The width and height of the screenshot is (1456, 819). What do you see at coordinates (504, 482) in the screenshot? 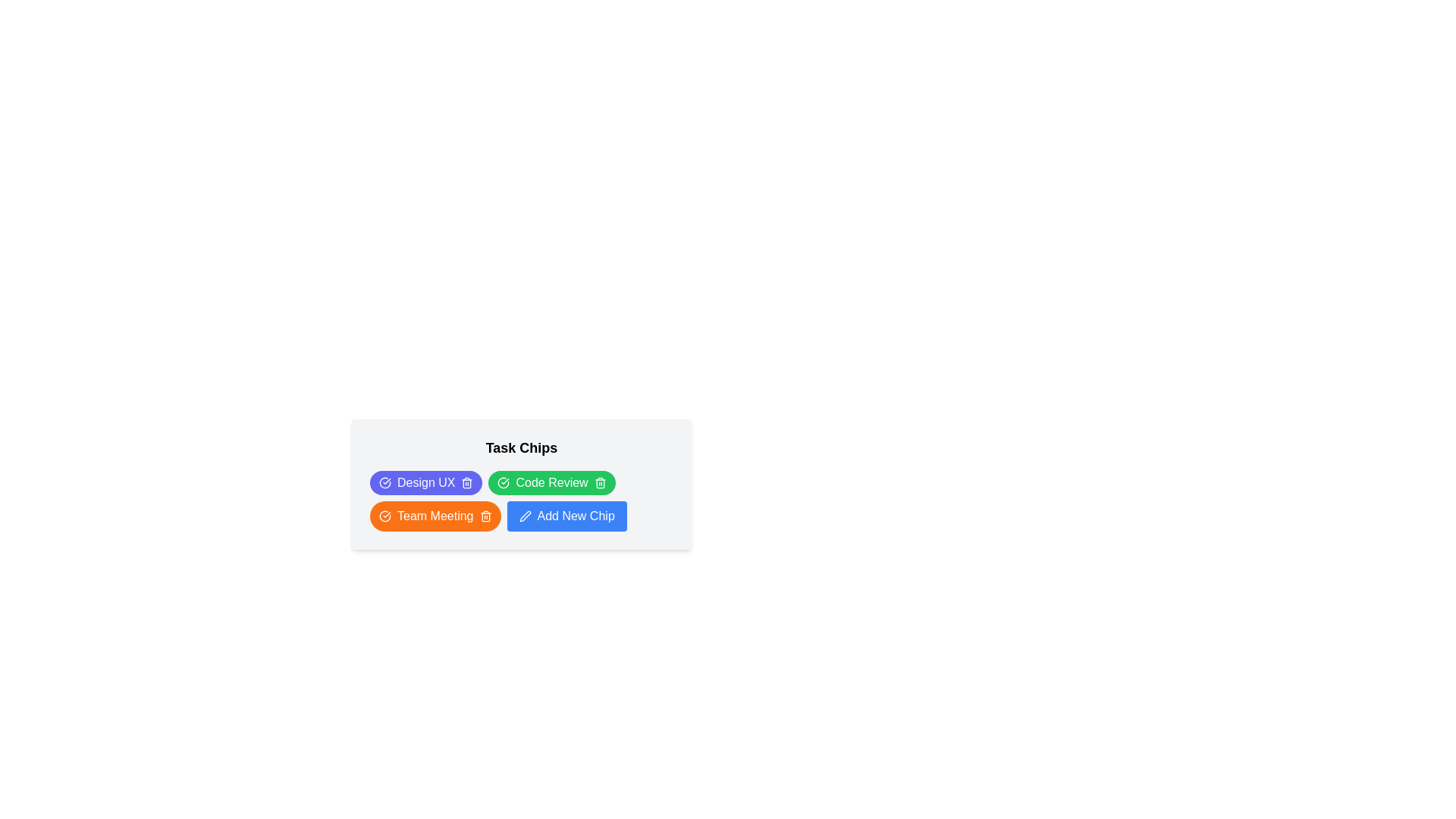
I see `the visual indicator icon for the 'Code Review' task, which is placed within a green pill-shaped button labeled 'Code Review'` at bounding box center [504, 482].